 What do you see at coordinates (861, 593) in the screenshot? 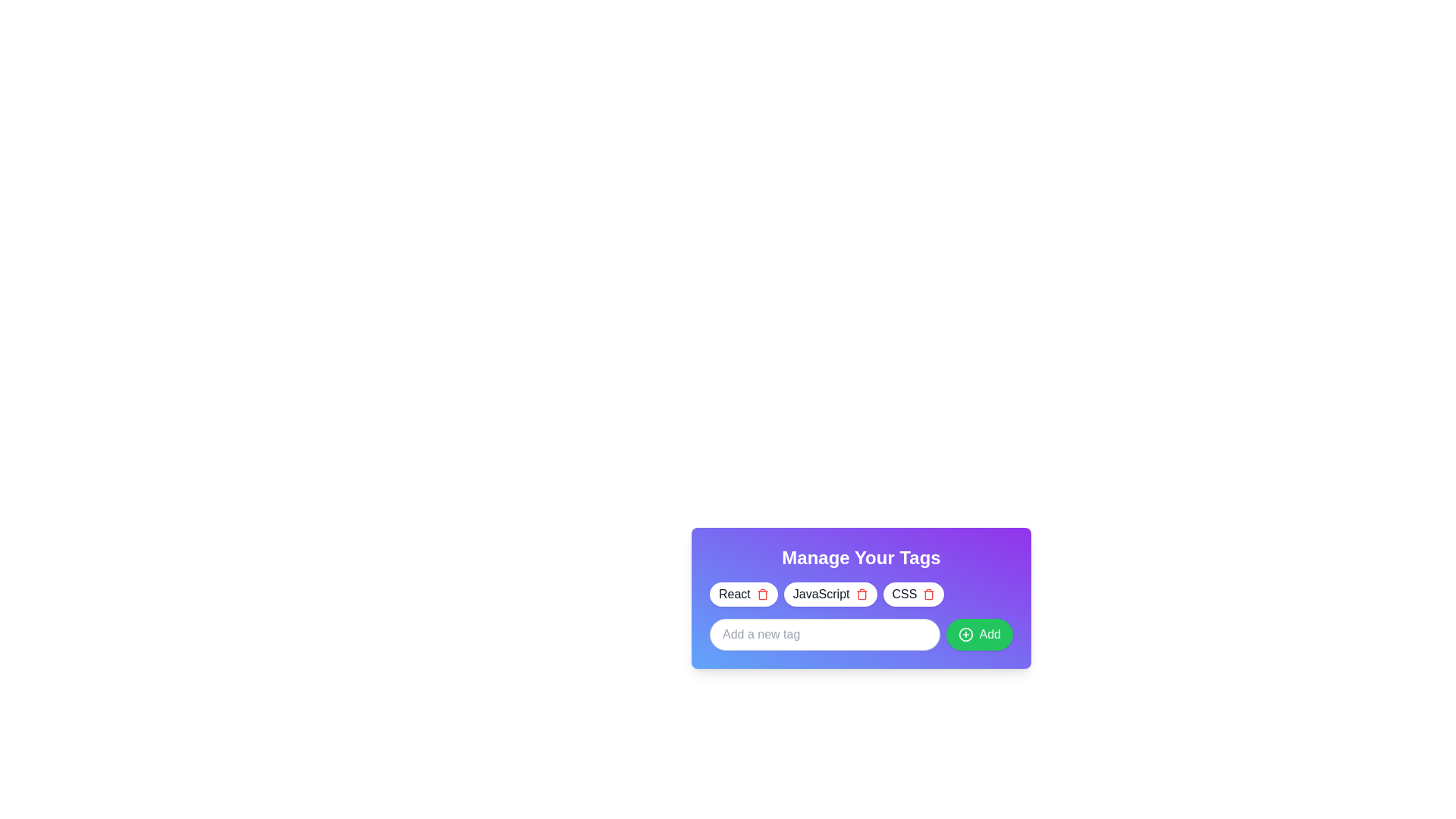
I see `the small red trash can icon button located to the right of the 'JavaScript' text` at bounding box center [861, 593].